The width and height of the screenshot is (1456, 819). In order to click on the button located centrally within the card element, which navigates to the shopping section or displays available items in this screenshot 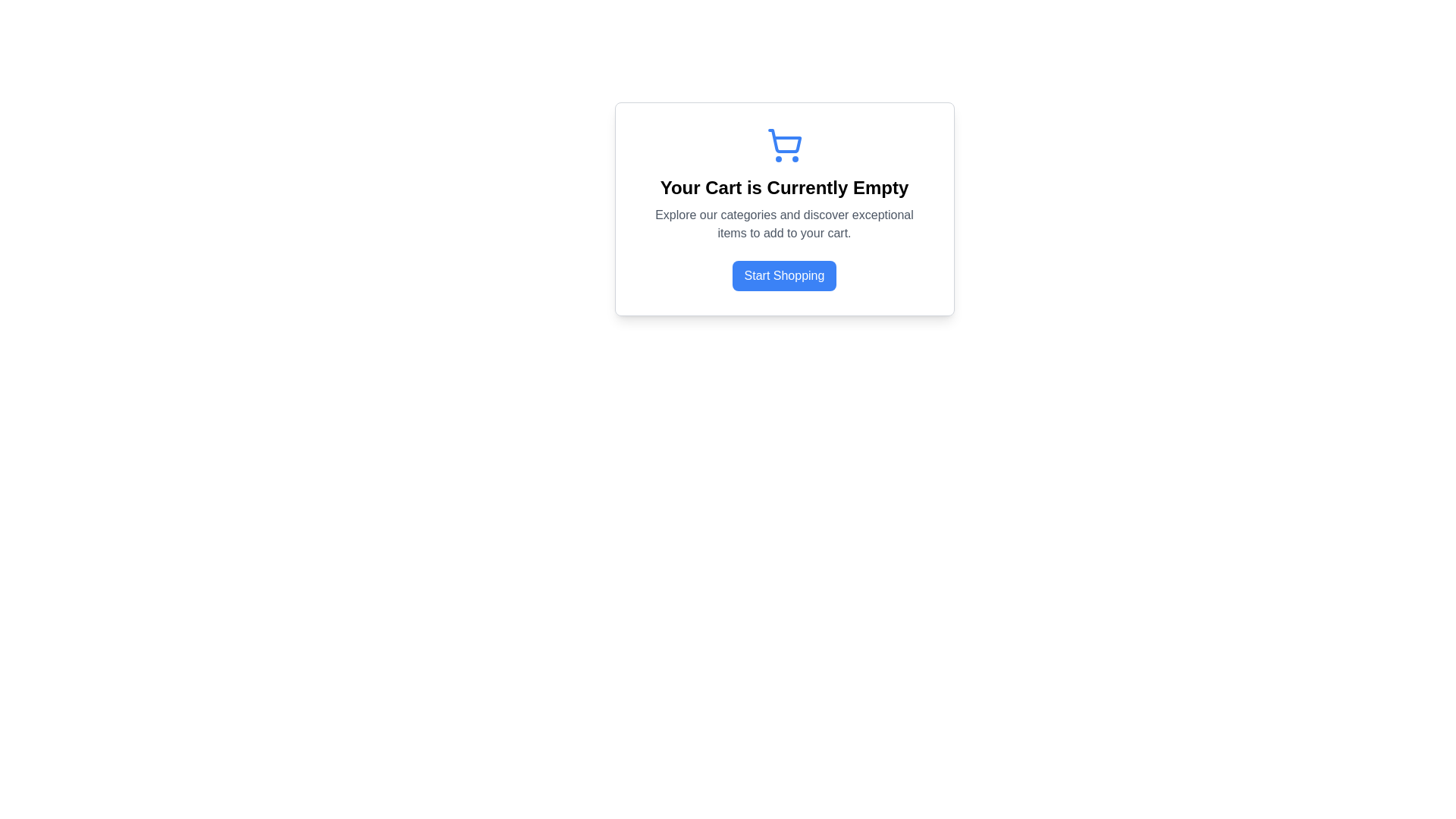, I will do `click(784, 275)`.